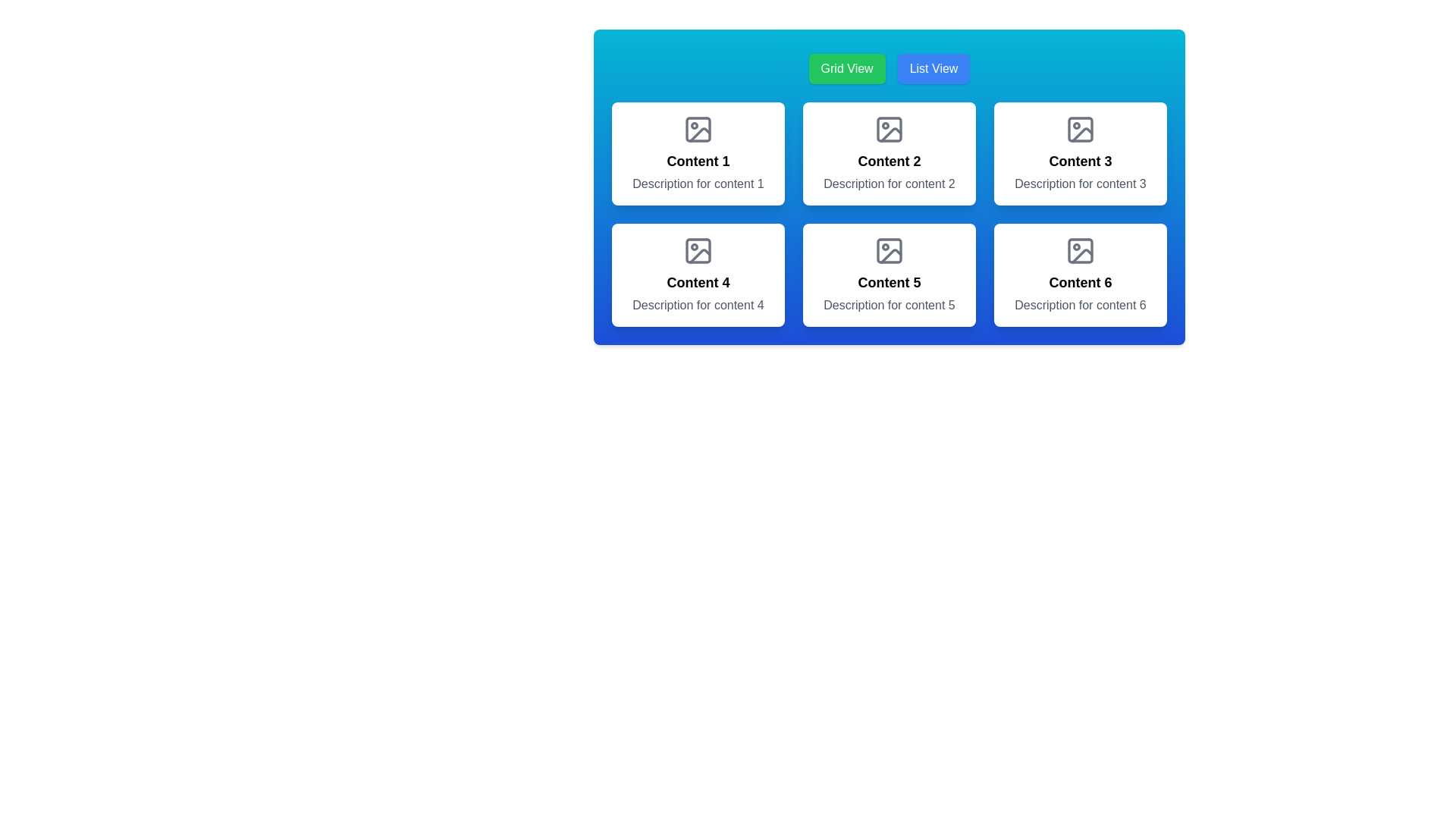 This screenshot has height=819, width=1456. Describe the element at coordinates (933, 69) in the screenshot. I see `the toggle button to switch the view mode to list format, located to the right of the 'Grid View' button at the top section of the interface` at that location.